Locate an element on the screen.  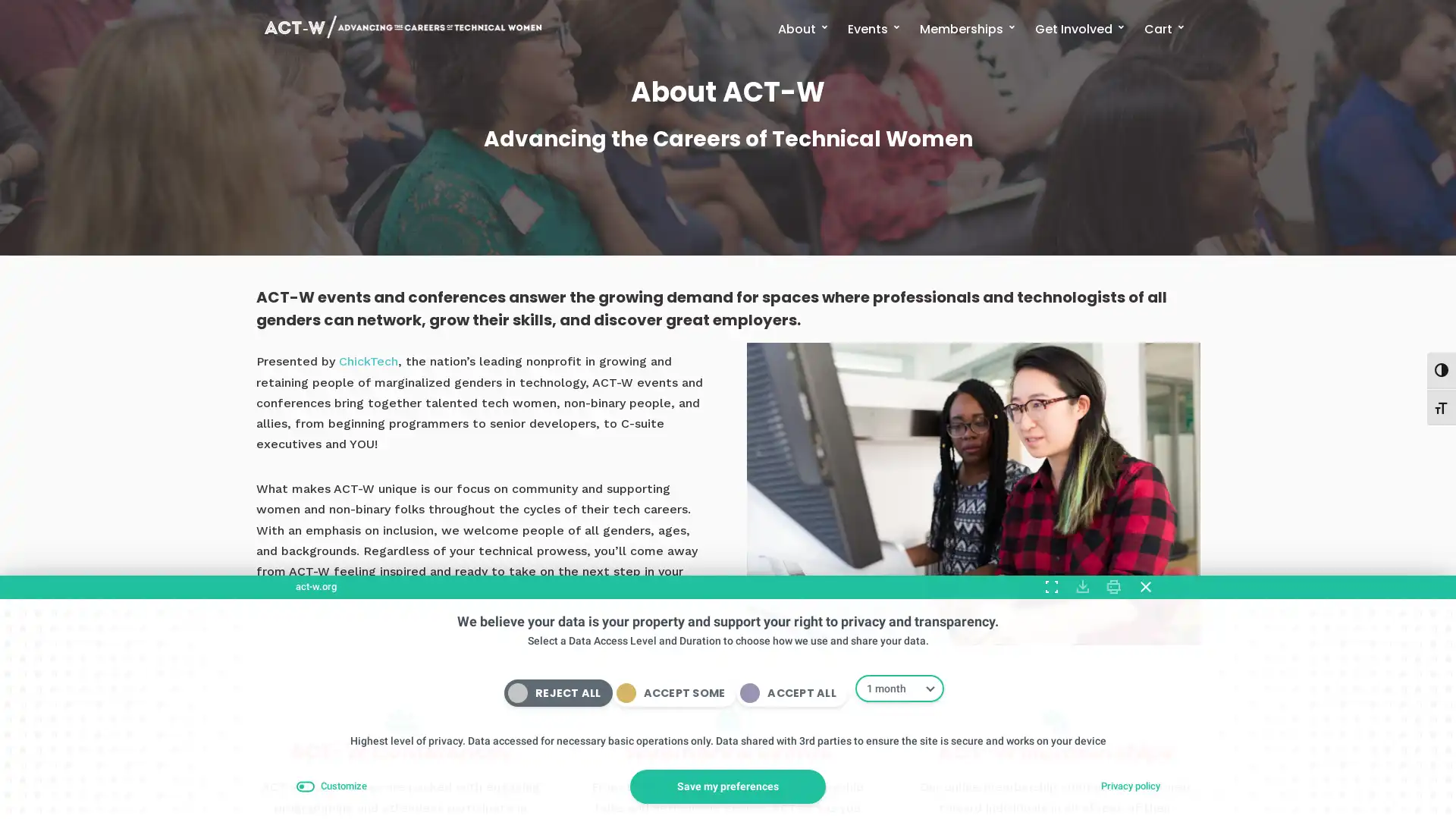
Privacy policy is located at coordinates (1131, 786).